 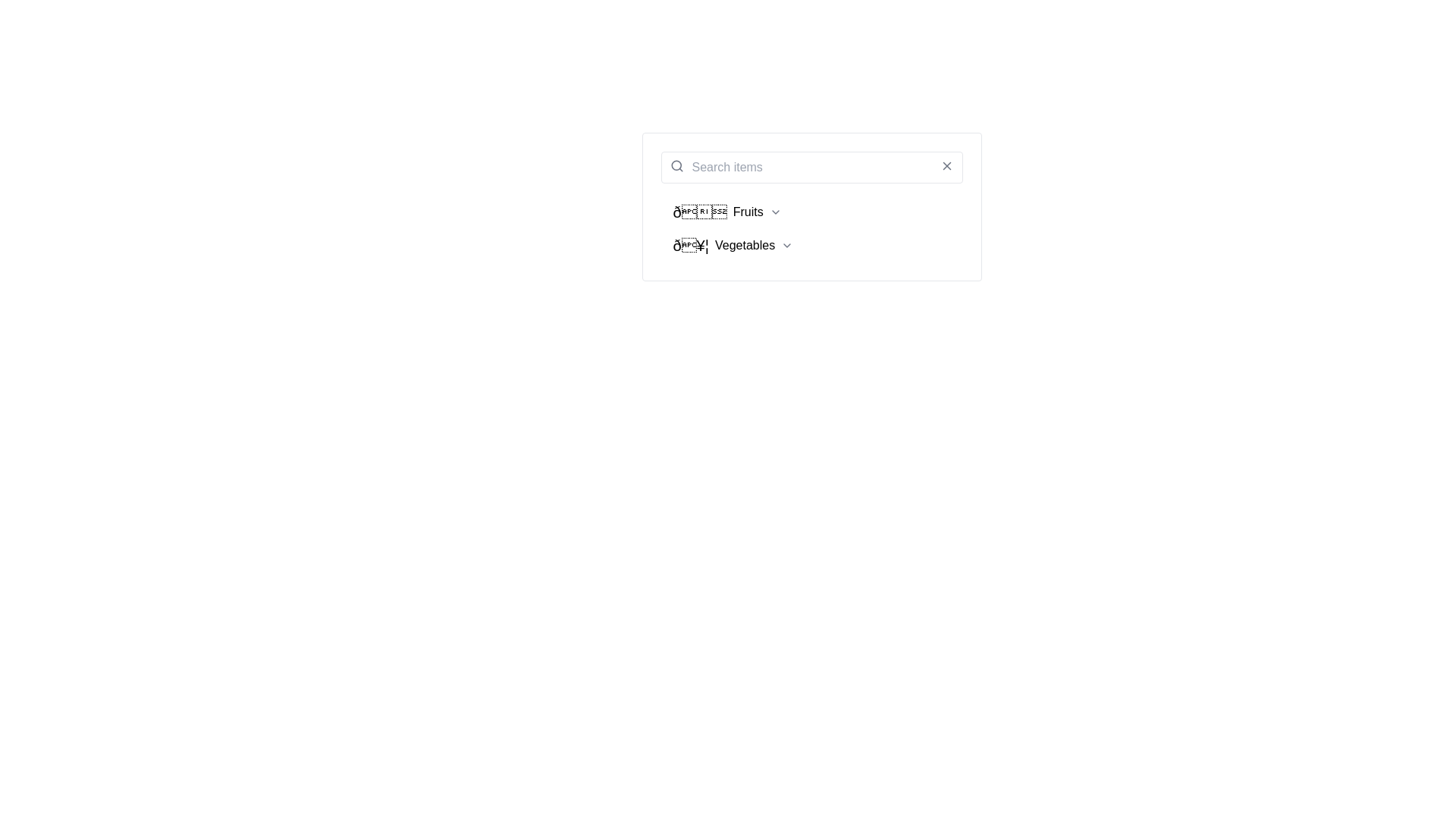 I want to click on the second menu item in the dropdown related to 'Vegetables', so click(x=733, y=245).